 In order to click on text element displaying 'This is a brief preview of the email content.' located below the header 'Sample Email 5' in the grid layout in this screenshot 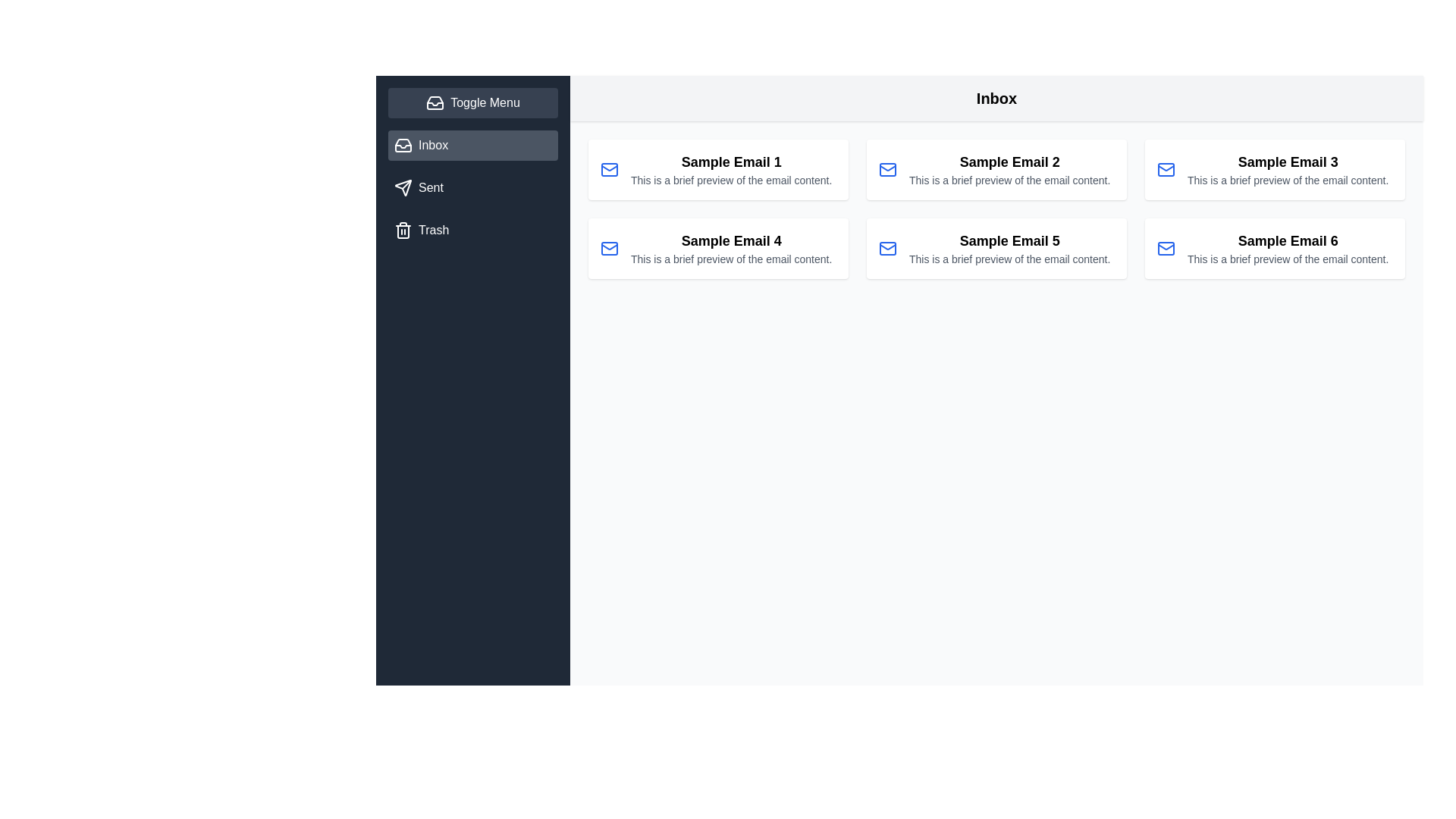, I will do `click(1009, 259)`.